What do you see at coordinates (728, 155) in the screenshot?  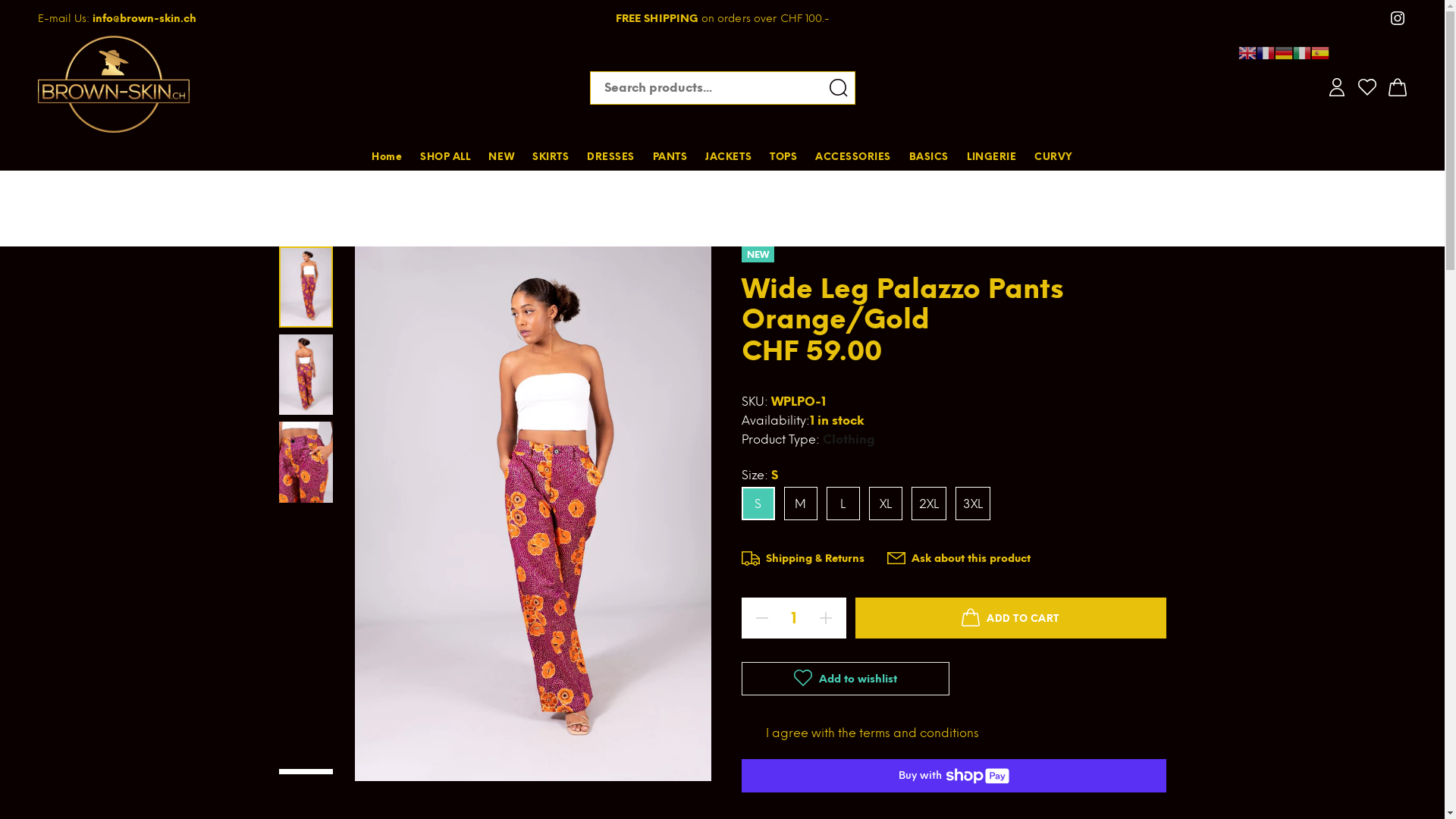 I see `'JACKETS'` at bounding box center [728, 155].